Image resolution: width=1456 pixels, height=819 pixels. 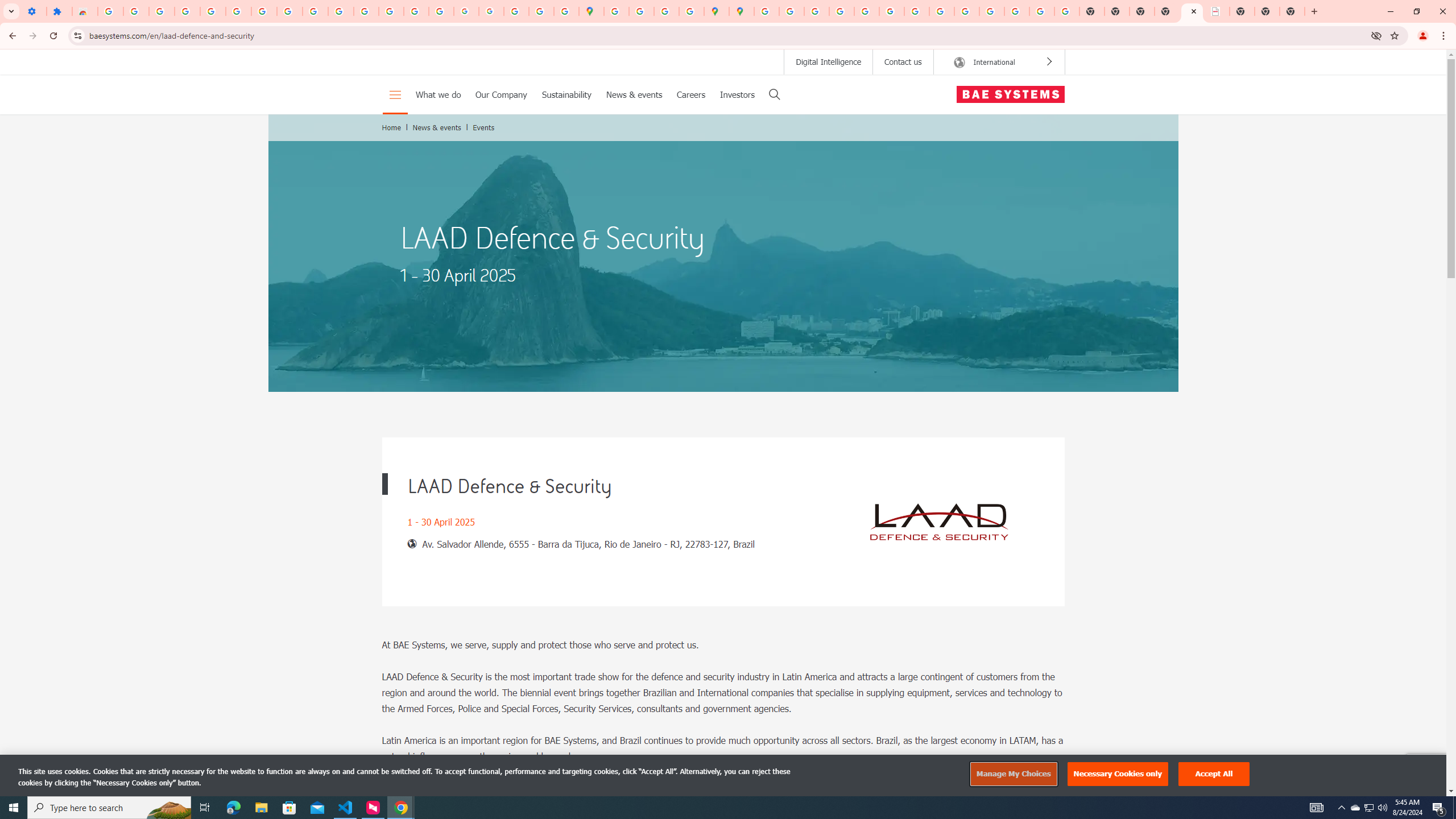 I want to click on 'To get missing image descriptions, open the context menu.', so click(x=938, y=521).